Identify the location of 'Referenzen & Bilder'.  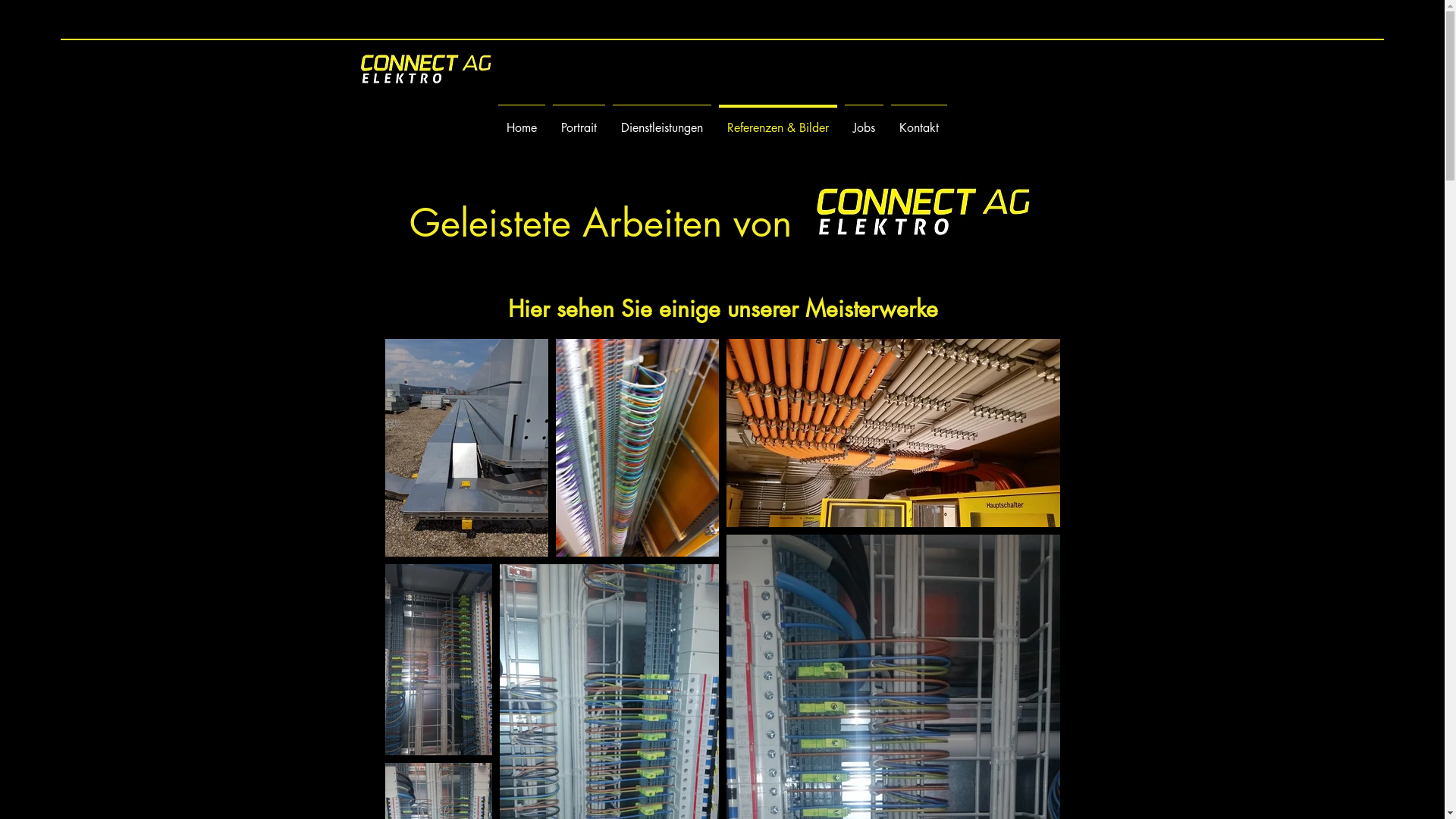
(777, 120).